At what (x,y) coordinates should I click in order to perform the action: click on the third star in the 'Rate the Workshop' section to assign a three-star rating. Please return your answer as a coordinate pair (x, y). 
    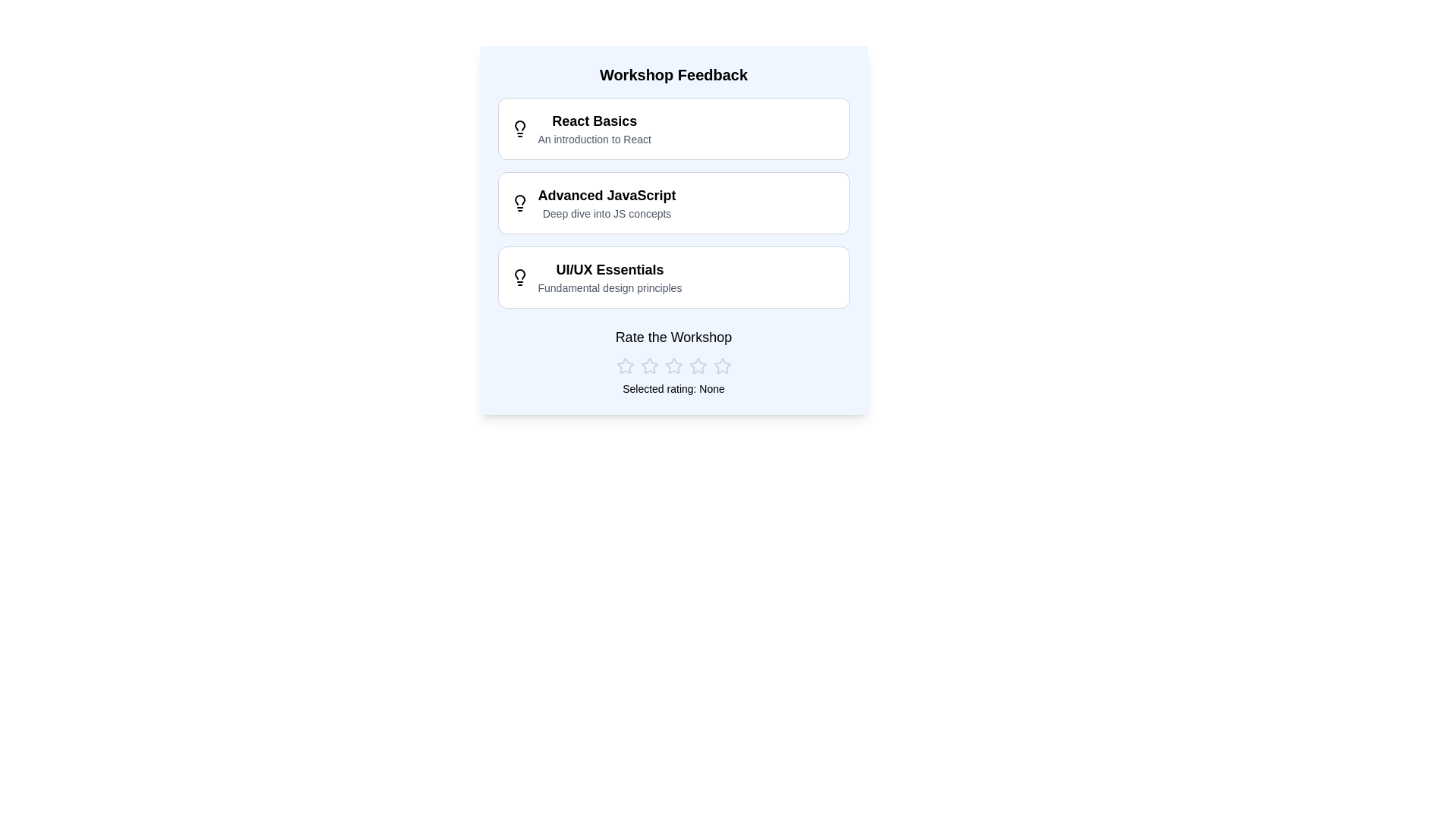
    Looking at the image, I should click on (673, 366).